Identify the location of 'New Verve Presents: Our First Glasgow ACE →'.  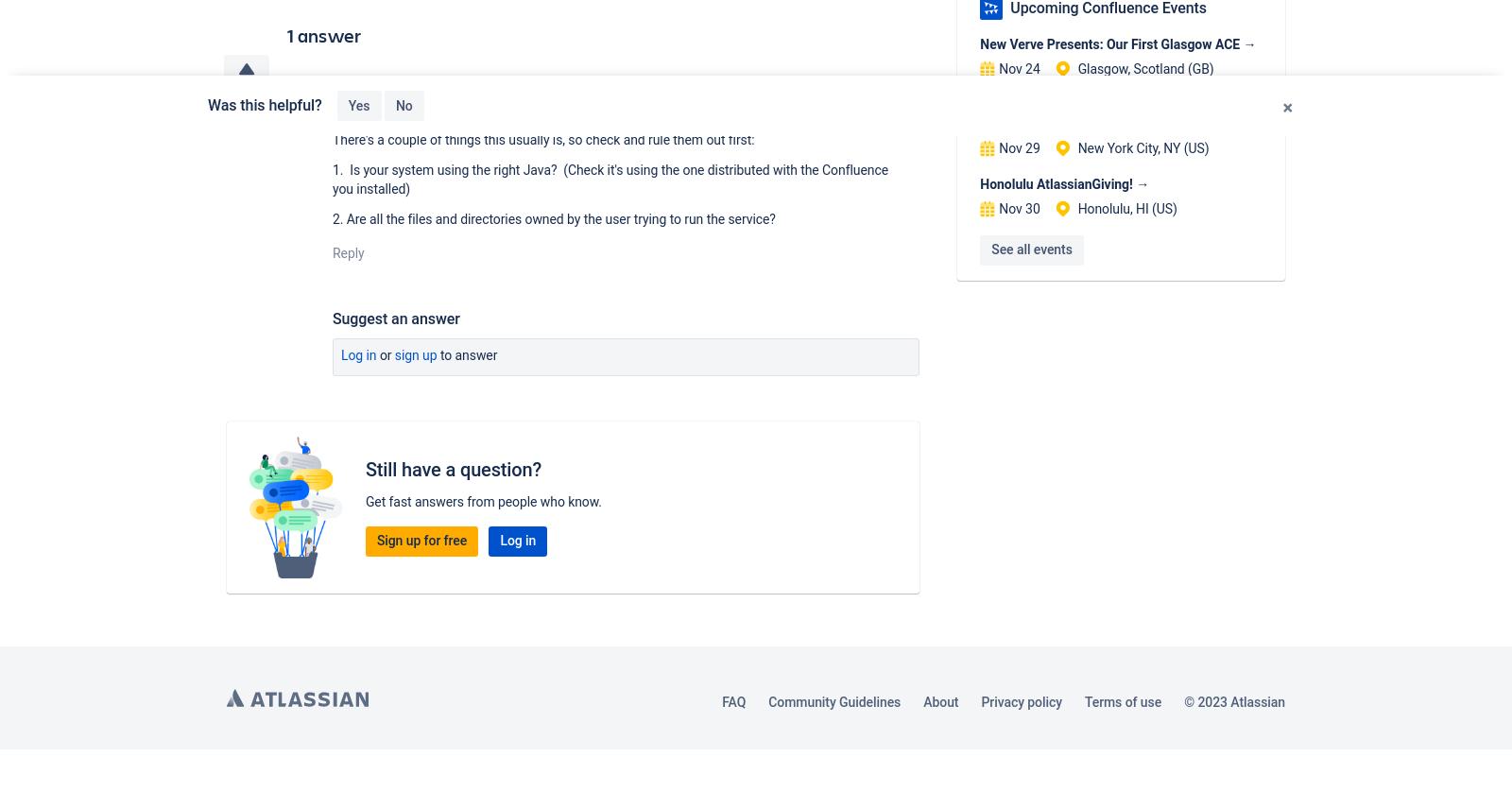
(1118, 42).